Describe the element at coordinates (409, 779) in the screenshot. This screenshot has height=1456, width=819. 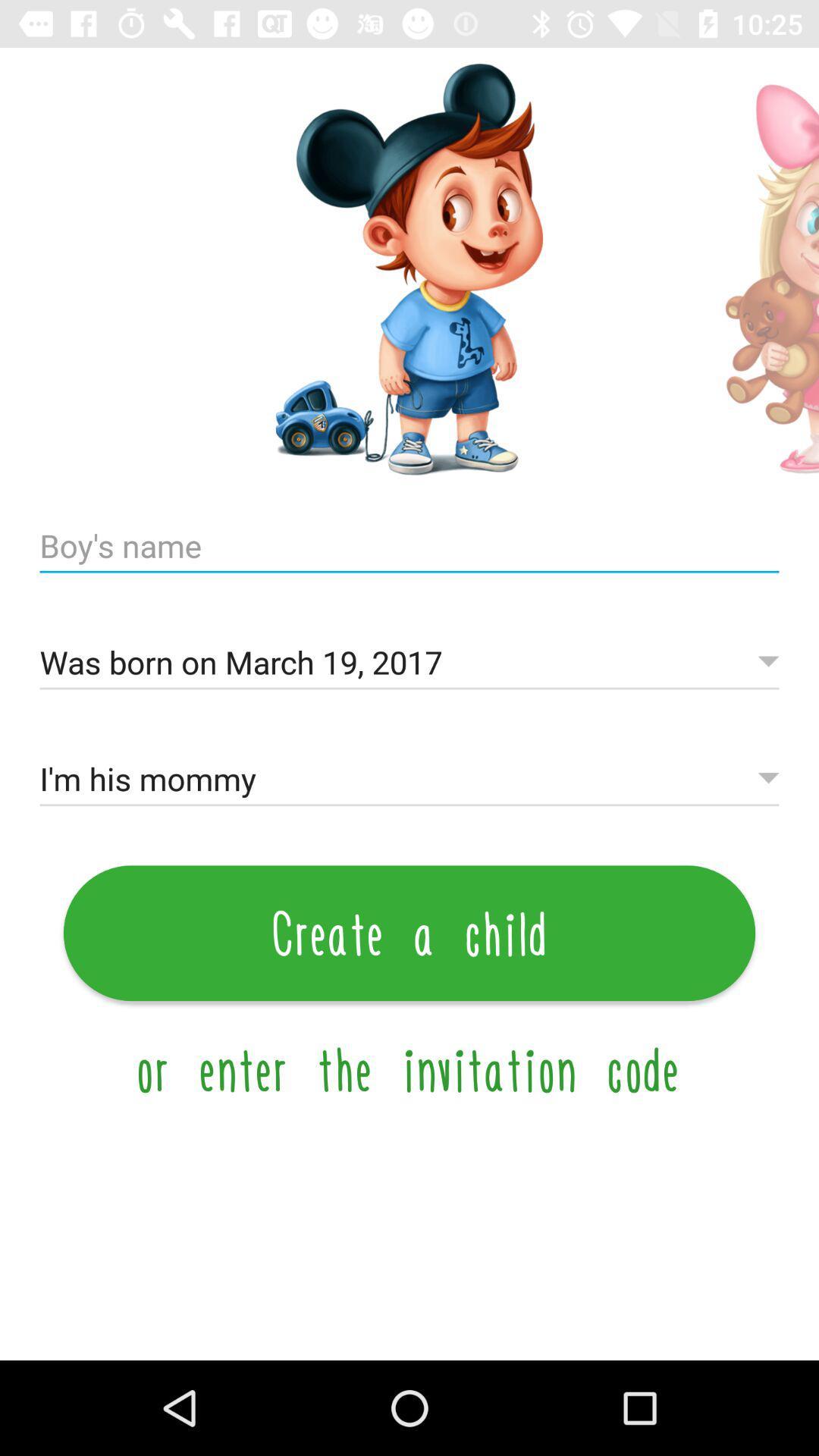
I see `the item below the was born on icon` at that location.